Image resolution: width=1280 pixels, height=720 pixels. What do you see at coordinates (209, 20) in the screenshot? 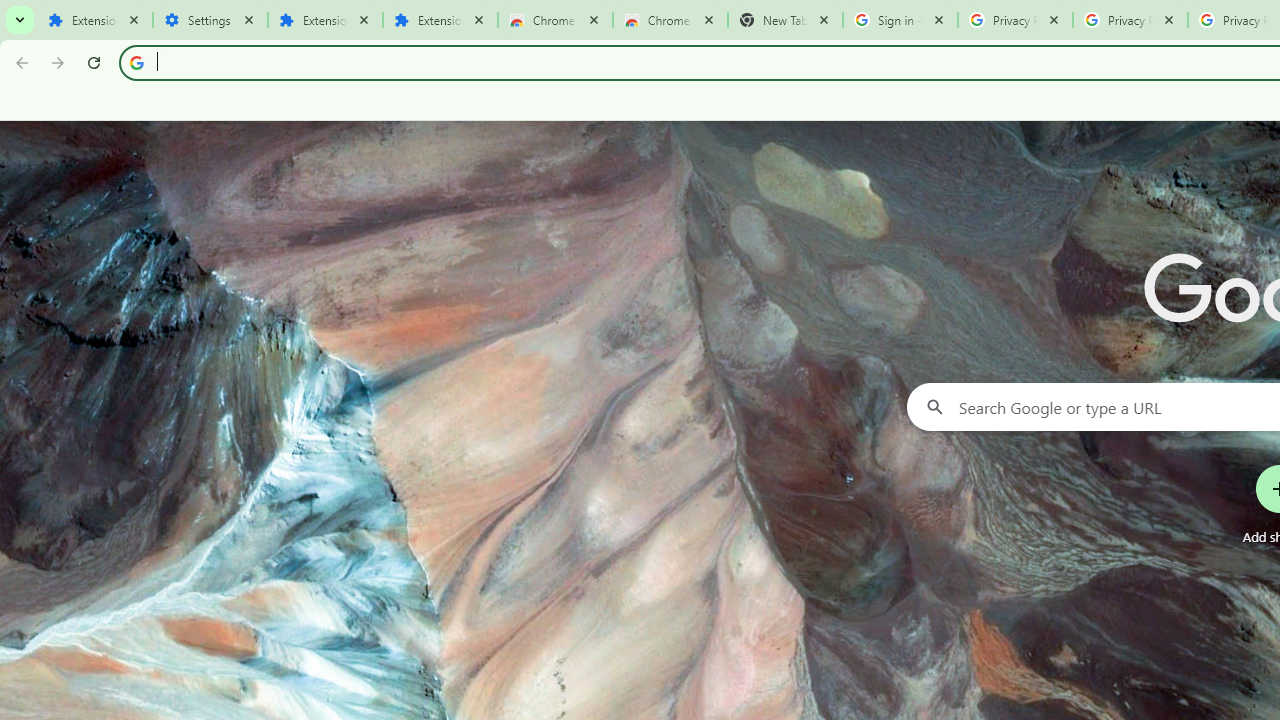
I see `'Settings'` at bounding box center [209, 20].